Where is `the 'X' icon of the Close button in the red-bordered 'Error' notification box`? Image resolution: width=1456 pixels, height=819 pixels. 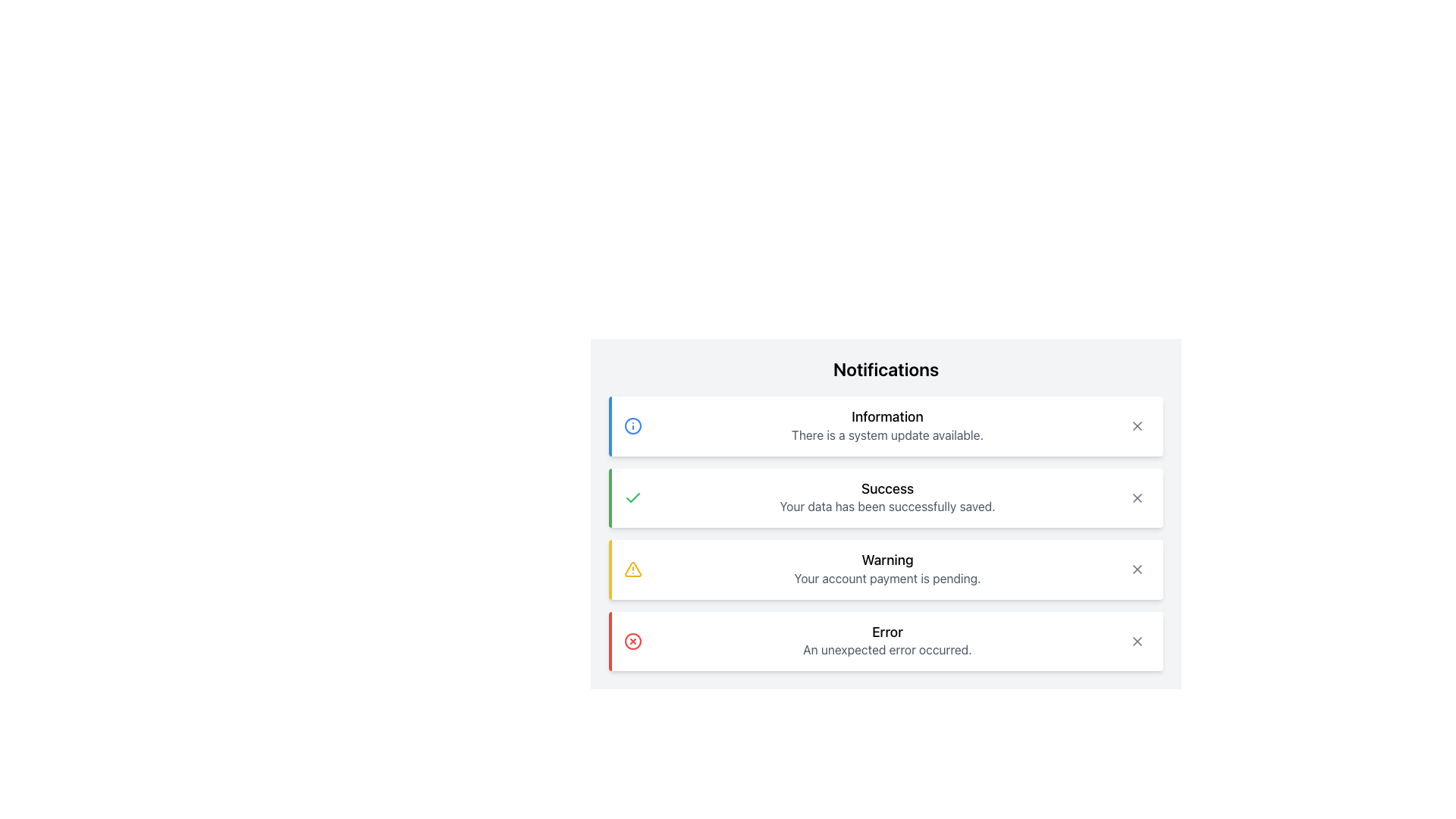
the 'X' icon of the Close button in the red-bordered 'Error' notification box is located at coordinates (1137, 640).